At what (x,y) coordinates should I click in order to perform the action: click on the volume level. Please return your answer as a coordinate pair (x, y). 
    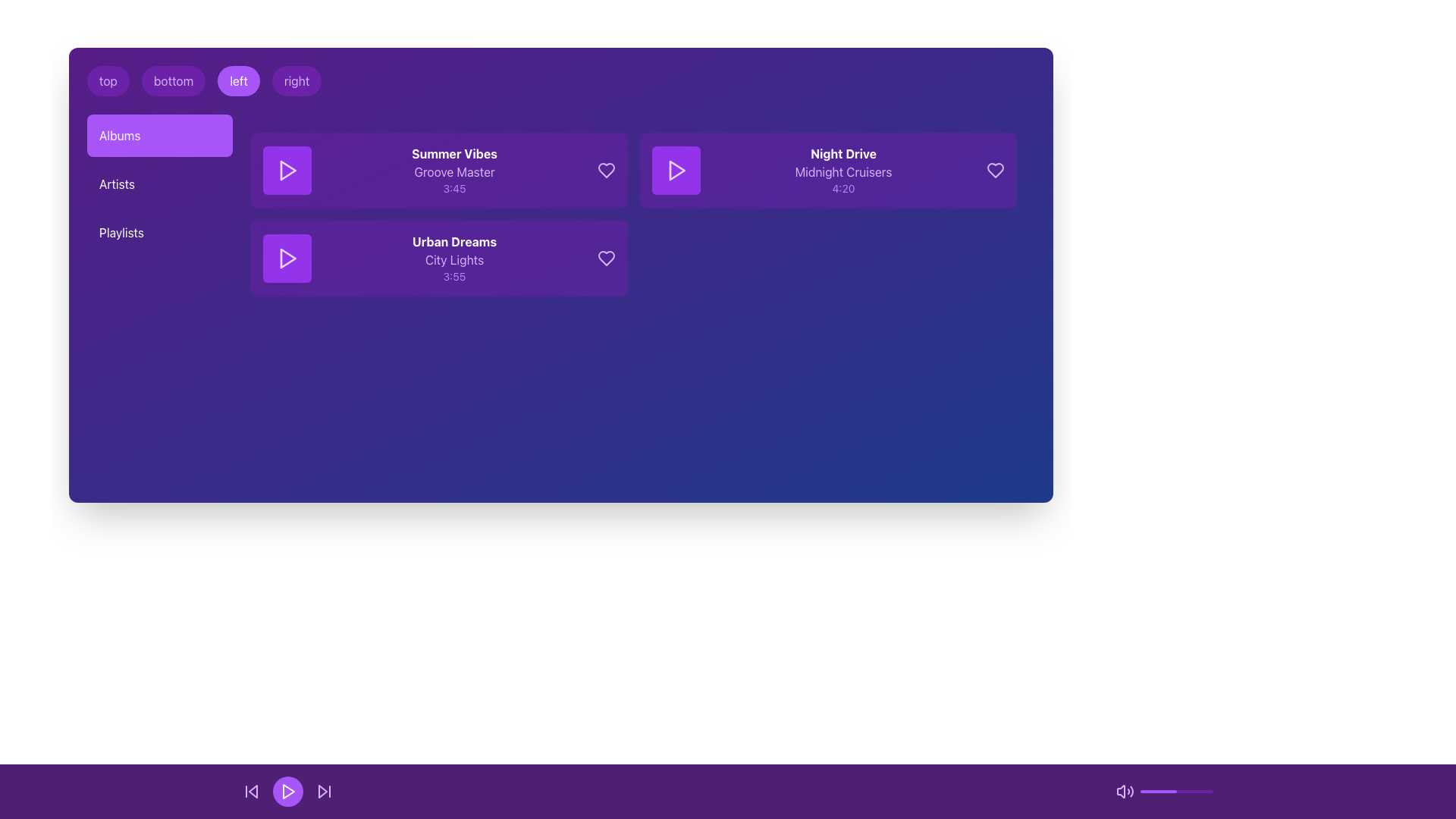
    Looking at the image, I should click on (1207, 791).